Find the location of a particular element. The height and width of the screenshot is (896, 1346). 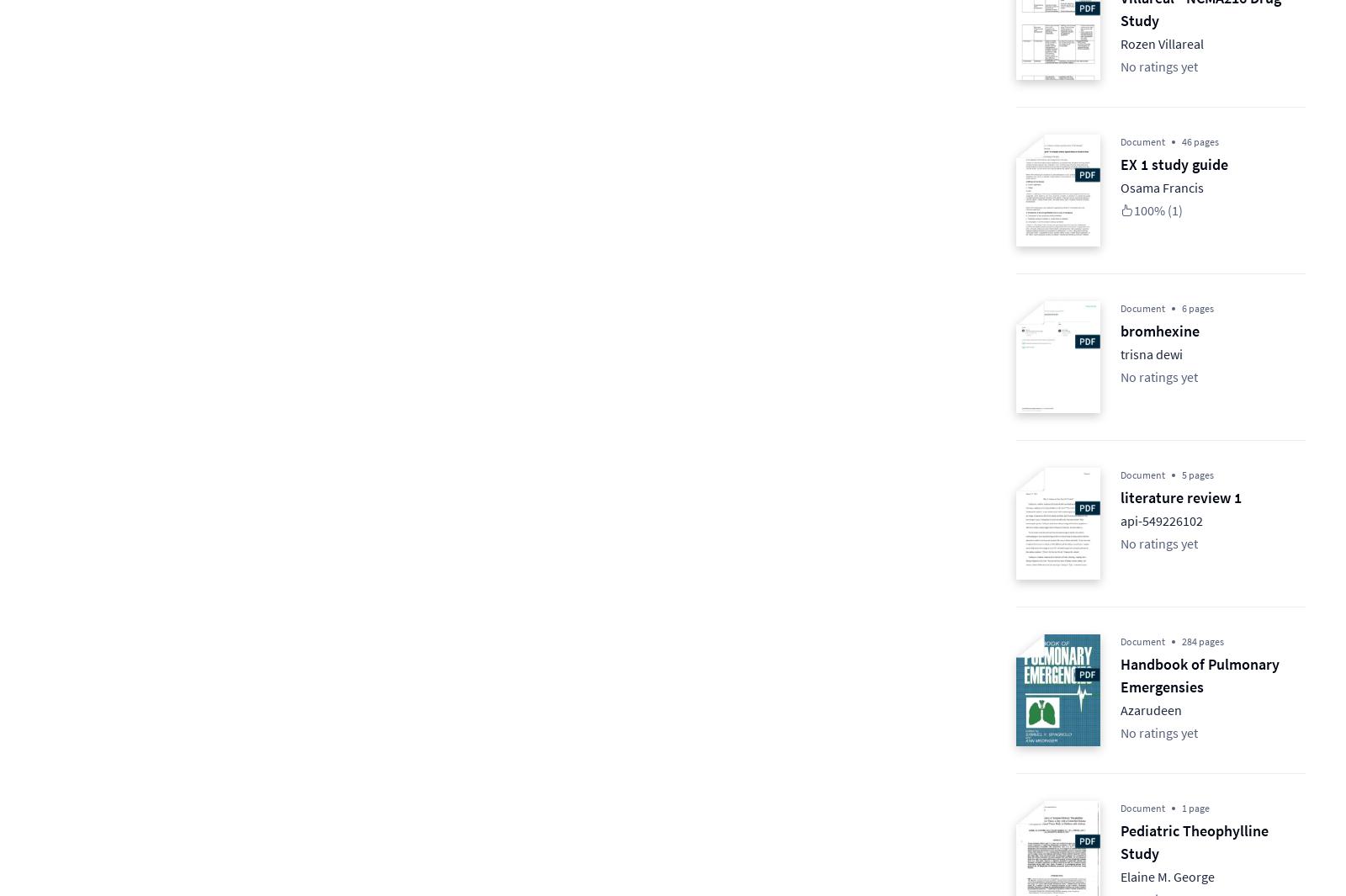

'literature review  1' is located at coordinates (1181, 497).